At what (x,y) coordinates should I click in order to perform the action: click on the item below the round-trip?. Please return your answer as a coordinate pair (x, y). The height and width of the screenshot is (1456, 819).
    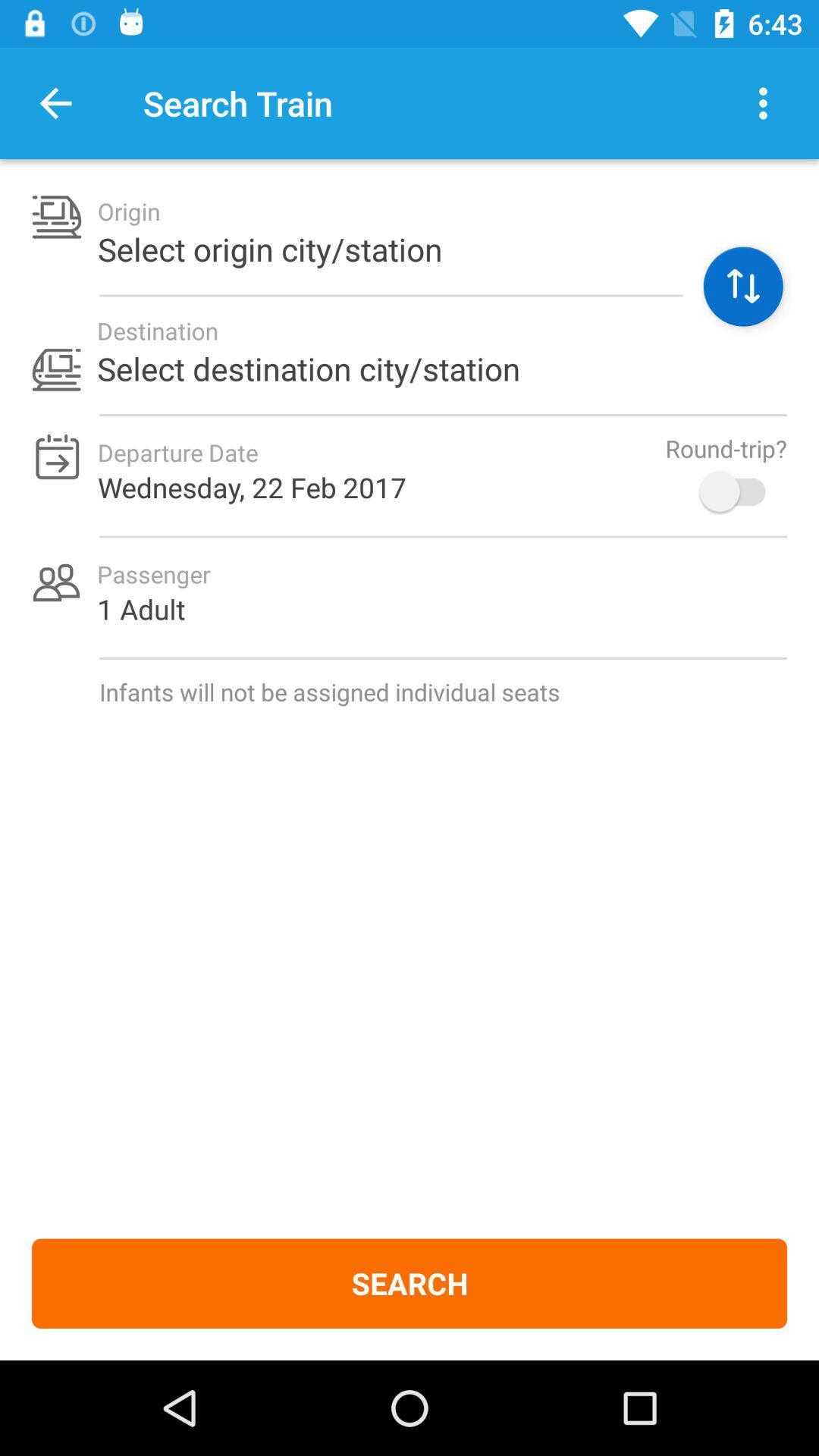
    Looking at the image, I should click on (739, 491).